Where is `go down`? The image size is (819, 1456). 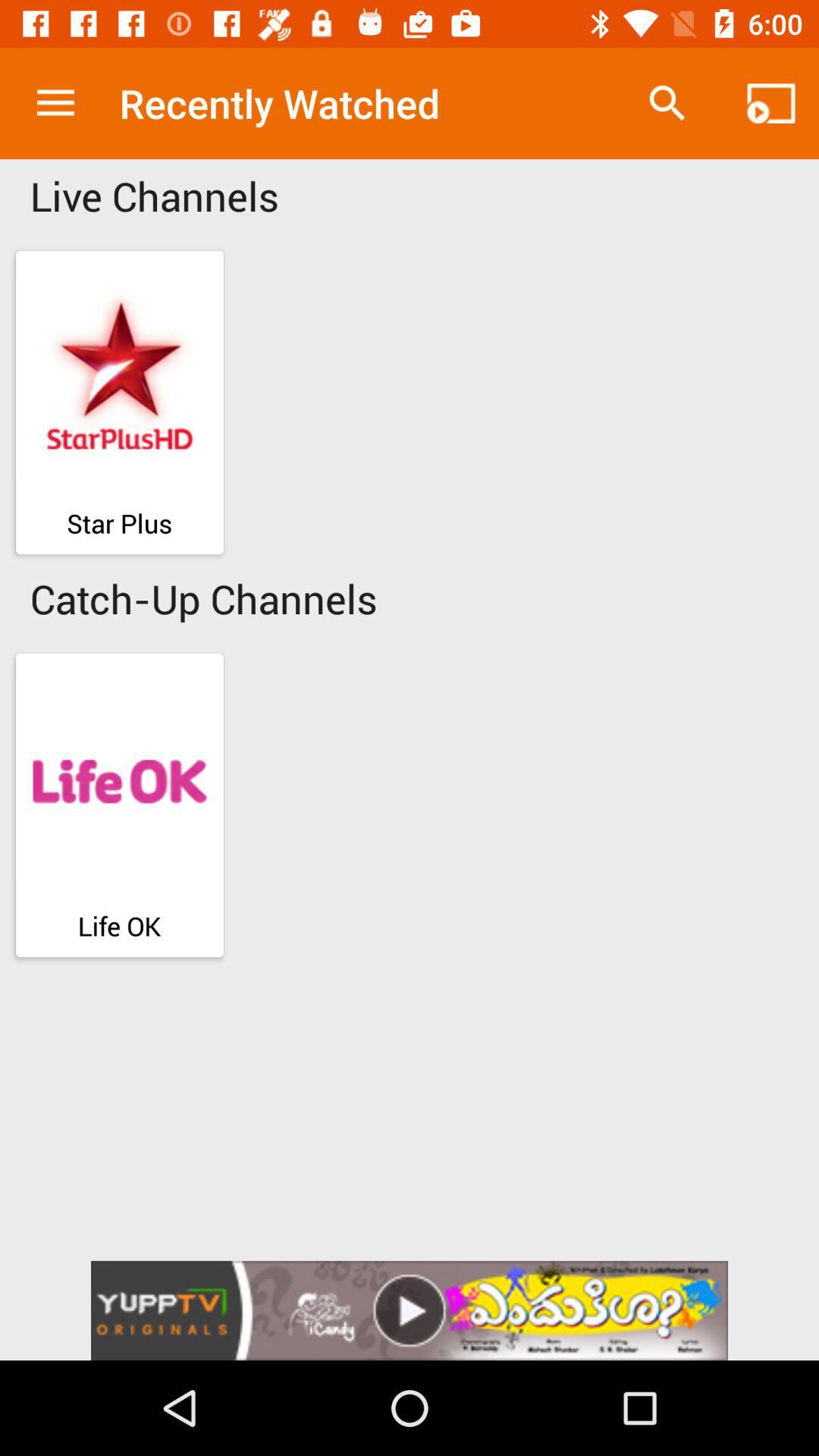
go down is located at coordinates (409, 1310).